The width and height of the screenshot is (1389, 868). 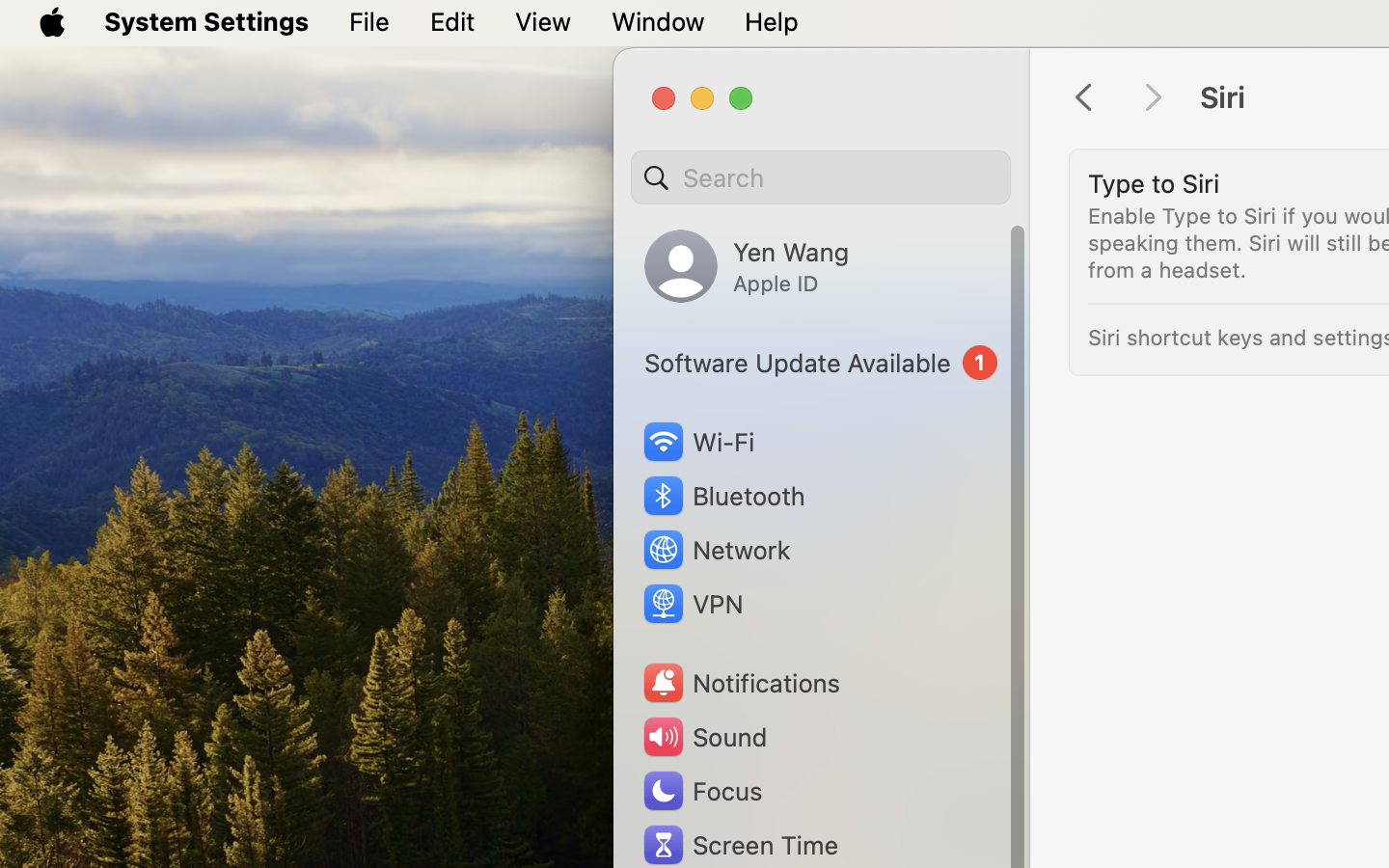 What do you see at coordinates (715, 549) in the screenshot?
I see `'Network'` at bounding box center [715, 549].